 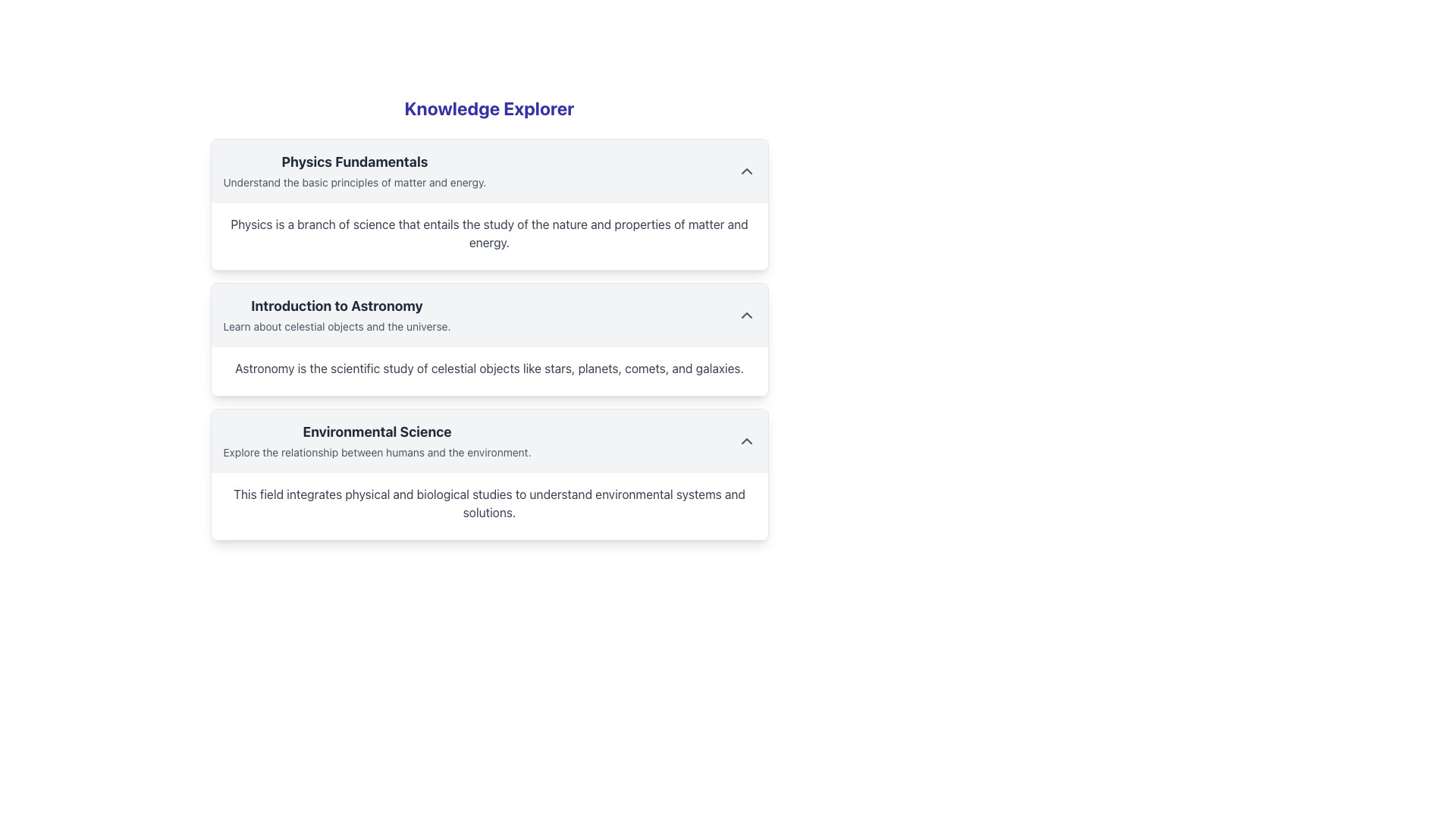 What do you see at coordinates (746, 441) in the screenshot?
I see `the toggle button located in the upper-right corner of the 'Environmental Science' section` at bounding box center [746, 441].